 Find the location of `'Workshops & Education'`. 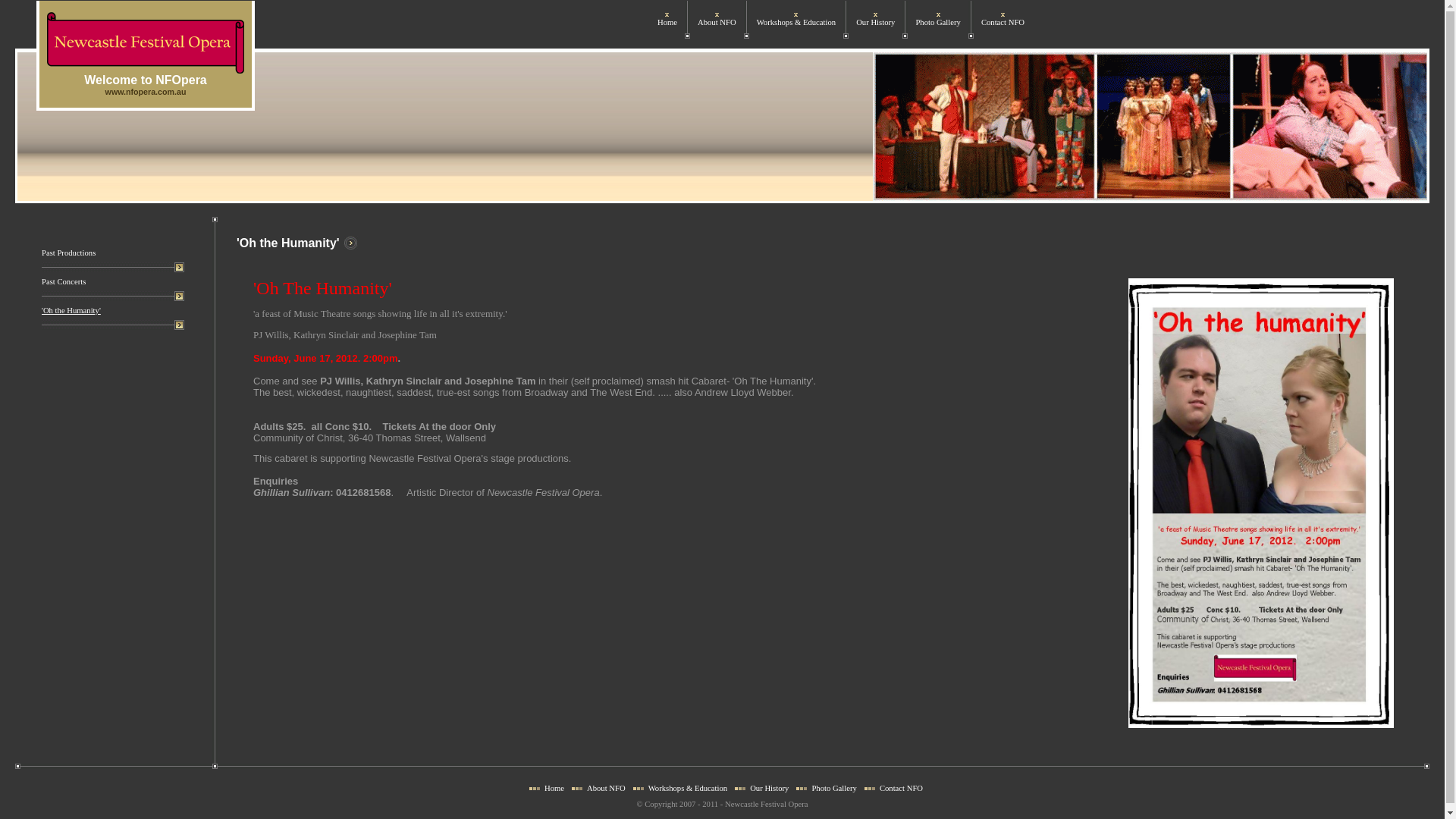

'Workshops & Education' is located at coordinates (687, 787).